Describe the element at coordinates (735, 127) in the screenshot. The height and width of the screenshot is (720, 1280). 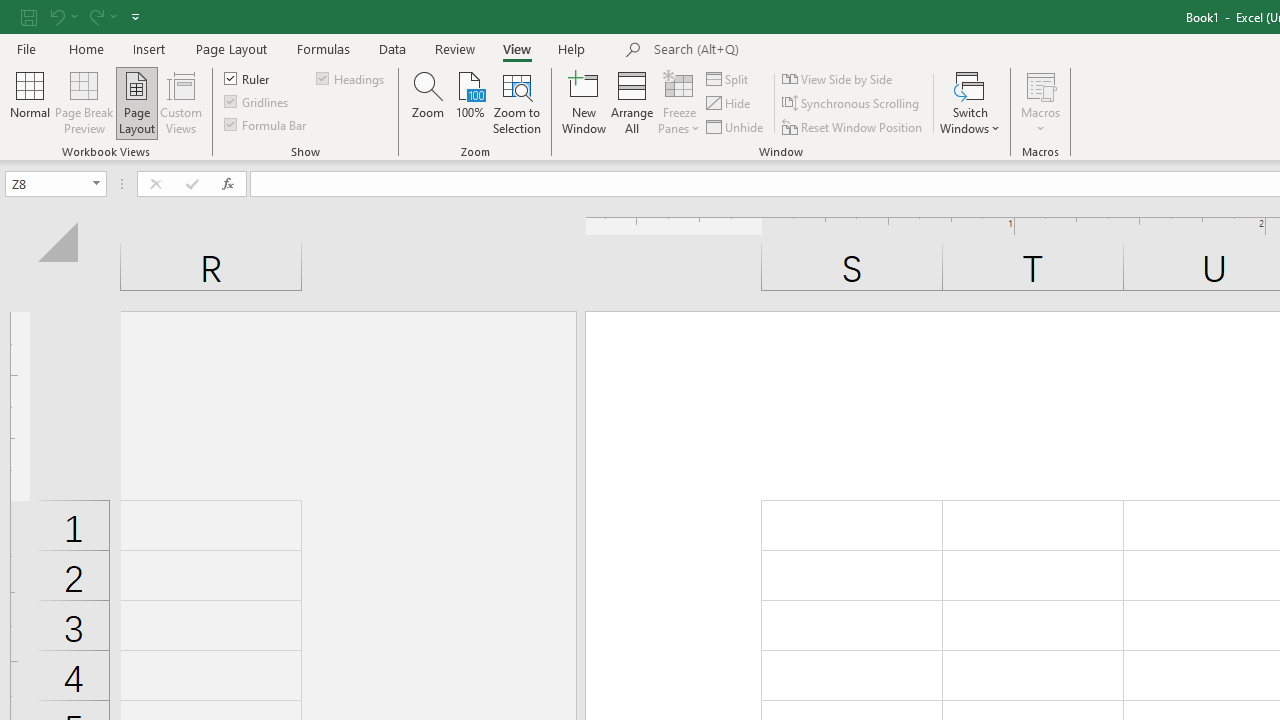
I see `'Unhide...'` at that location.